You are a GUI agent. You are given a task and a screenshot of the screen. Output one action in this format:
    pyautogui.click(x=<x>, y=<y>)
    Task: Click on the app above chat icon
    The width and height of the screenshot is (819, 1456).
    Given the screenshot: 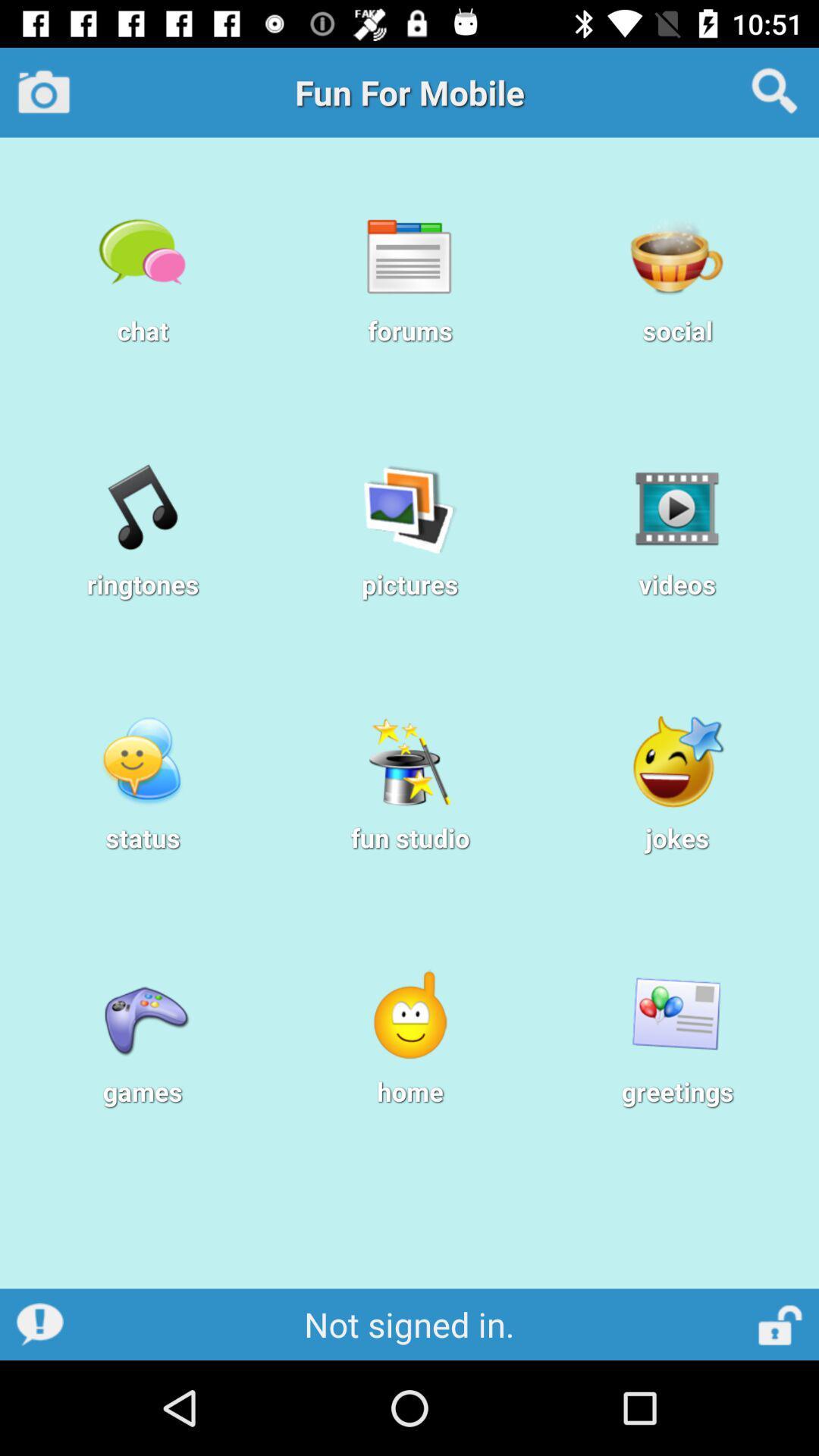 What is the action you would take?
    pyautogui.click(x=43, y=91)
    